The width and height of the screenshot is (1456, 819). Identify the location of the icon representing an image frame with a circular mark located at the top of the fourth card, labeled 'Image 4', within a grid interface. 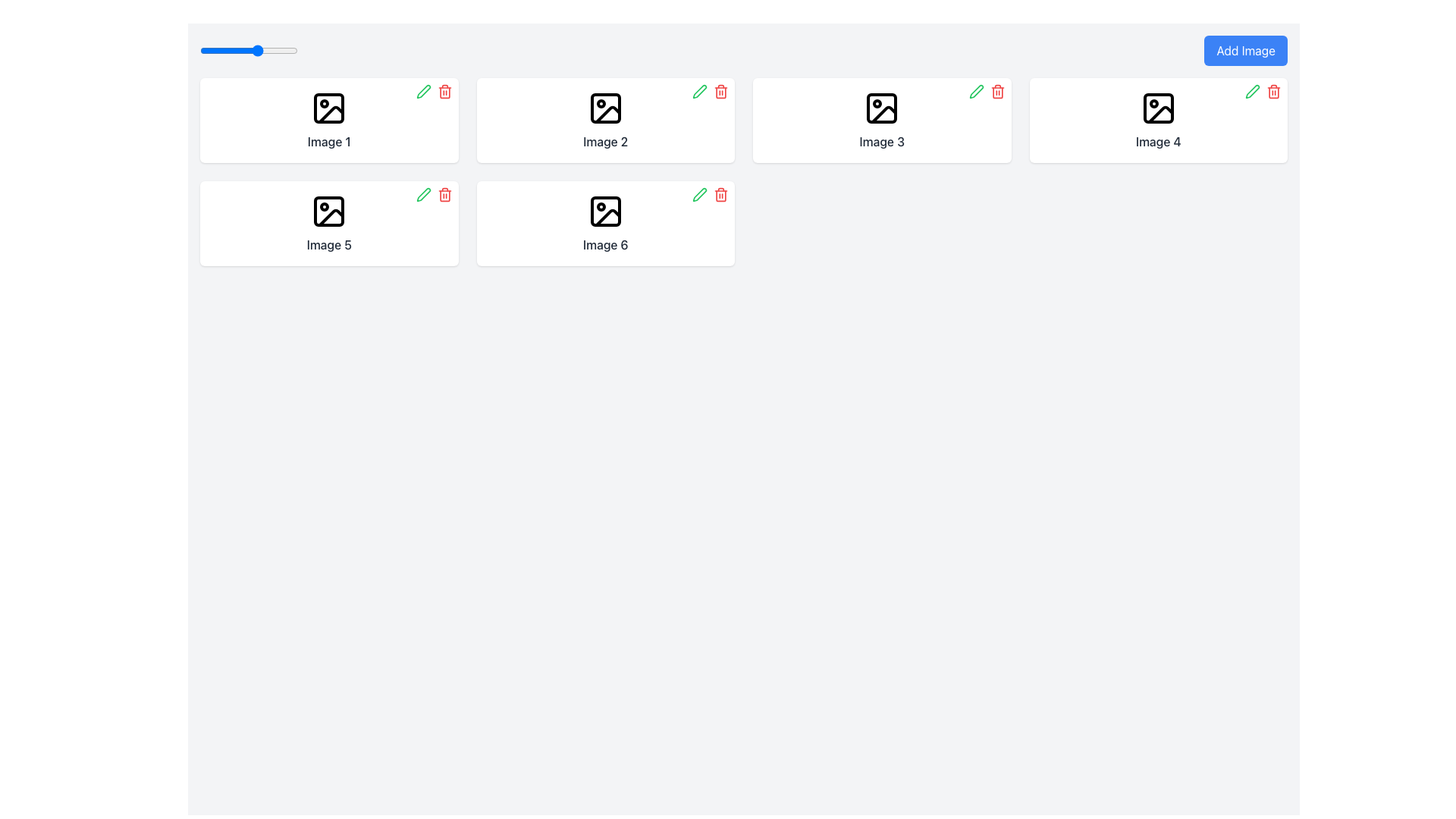
(1157, 107).